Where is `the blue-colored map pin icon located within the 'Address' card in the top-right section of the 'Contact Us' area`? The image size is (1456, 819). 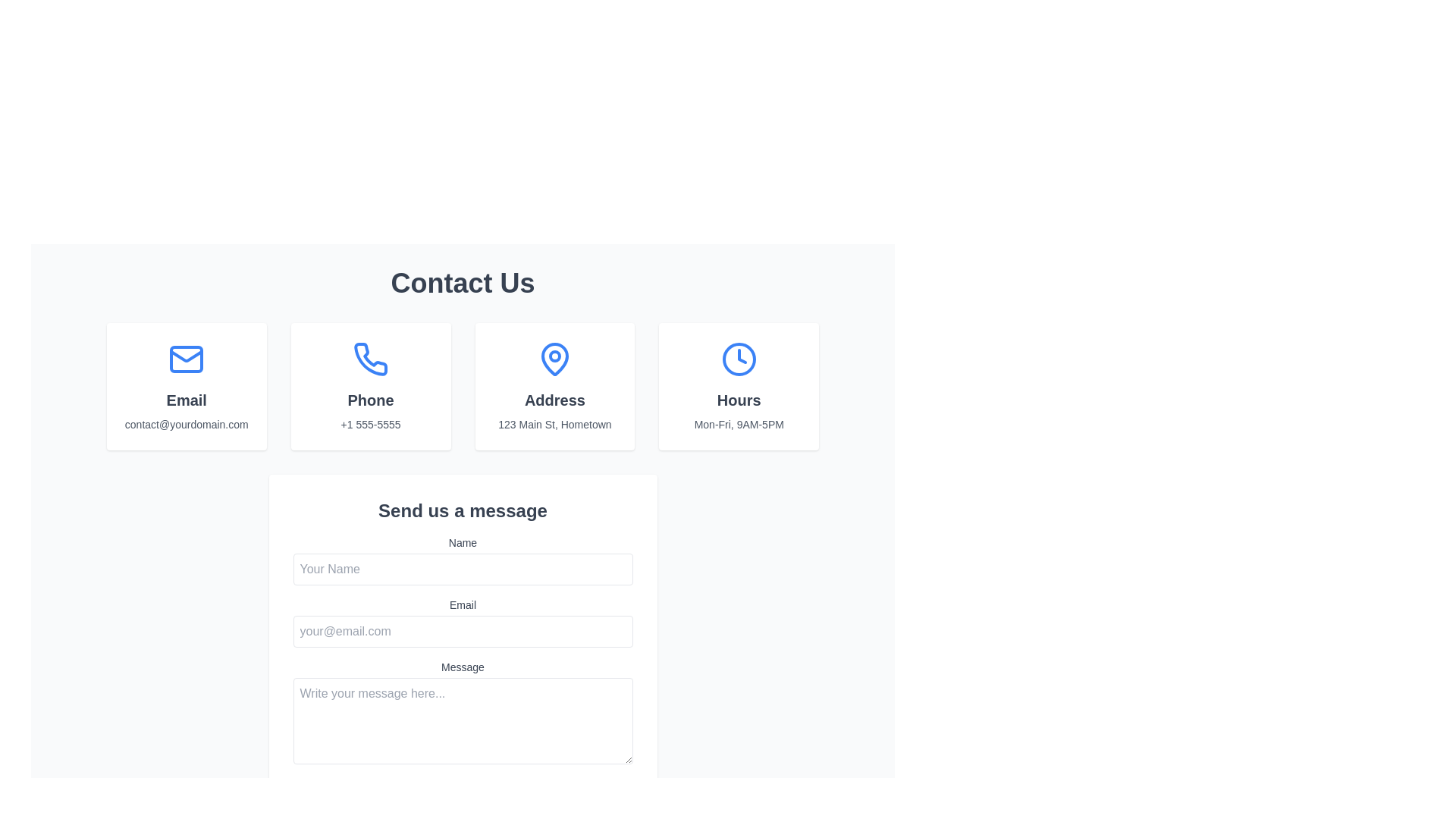
the blue-colored map pin icon located within the 'Address' card in the top-right section of the 'Contact Us' area is located at coordinates (554, 359).